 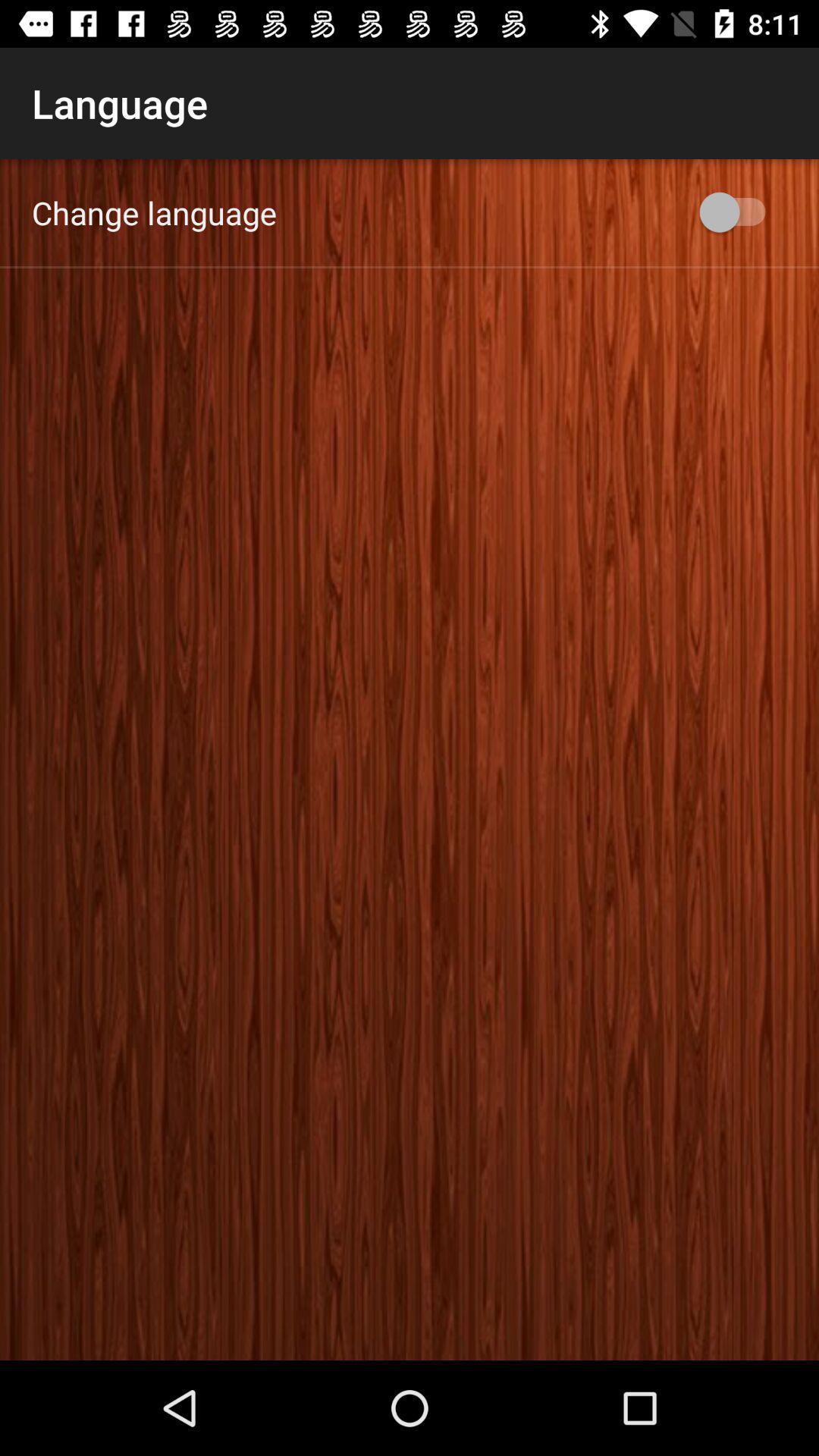 What do you see at coordinates (739, 212) in the screenshot?
I see `item at the top right corner` at bounding box center [739, 212].